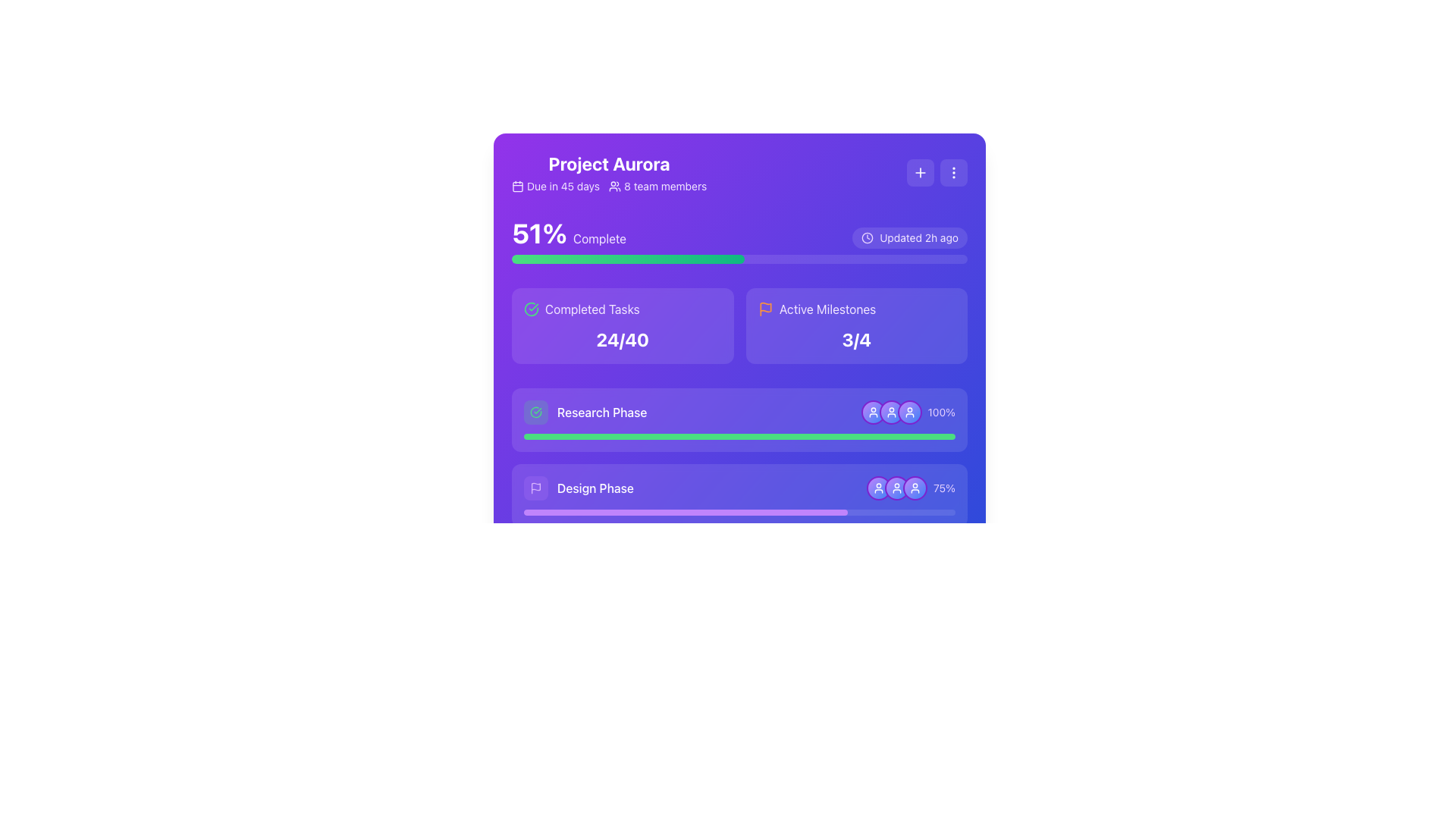 The image size is (1456, 819). Describe the element at coordinates (535, 412) in the screenshot. I see `CSS properties of the green circular icon with a checkmark inside, located at the beginning of the 'Research Phase' section in the UI` at that location.